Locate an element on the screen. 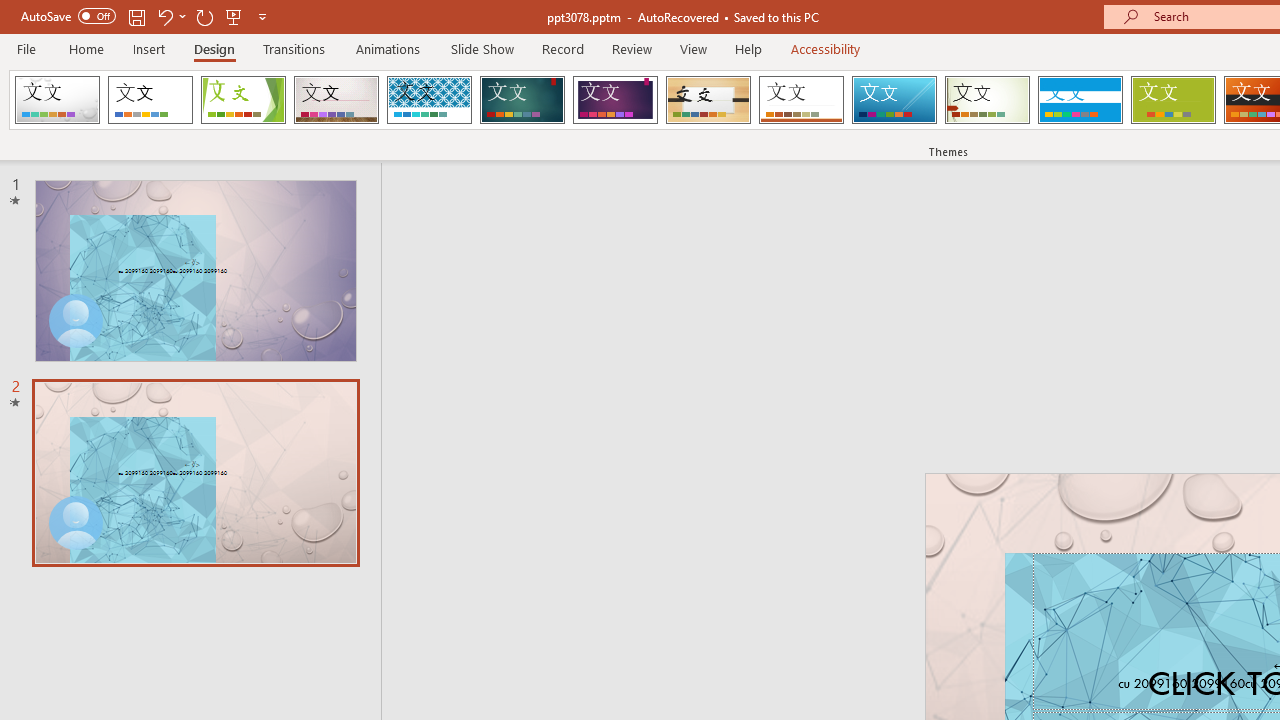 The height and width of the screenshot is (720, 1280). 'Ion Boardroom' is located at coordinates (614, 100).